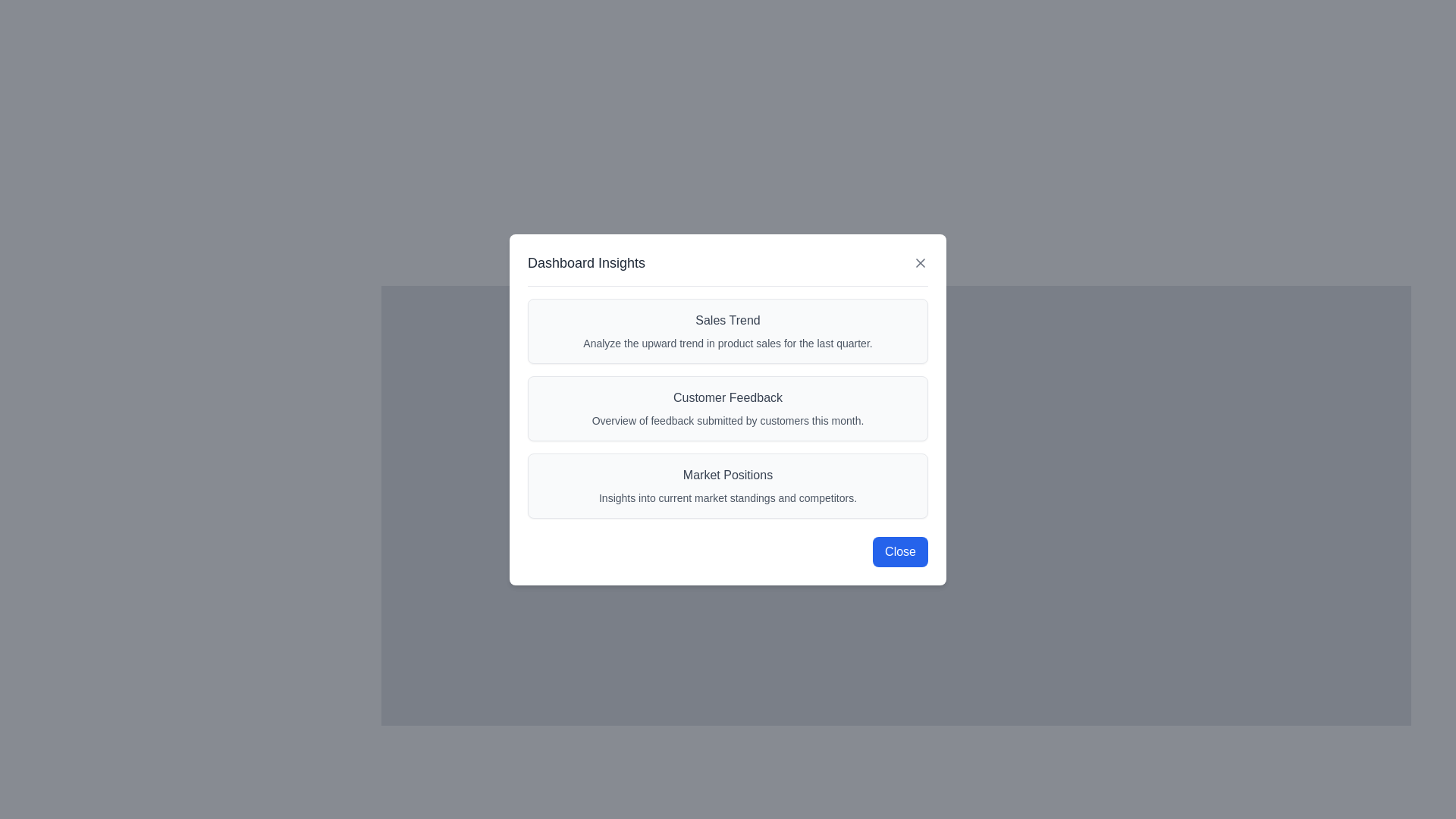  I want to click on the center of the section header element that provides an overview of customer feedback for the current month, positioned as the second option in a vertical list within a modal dialog box, so click(728, 406).